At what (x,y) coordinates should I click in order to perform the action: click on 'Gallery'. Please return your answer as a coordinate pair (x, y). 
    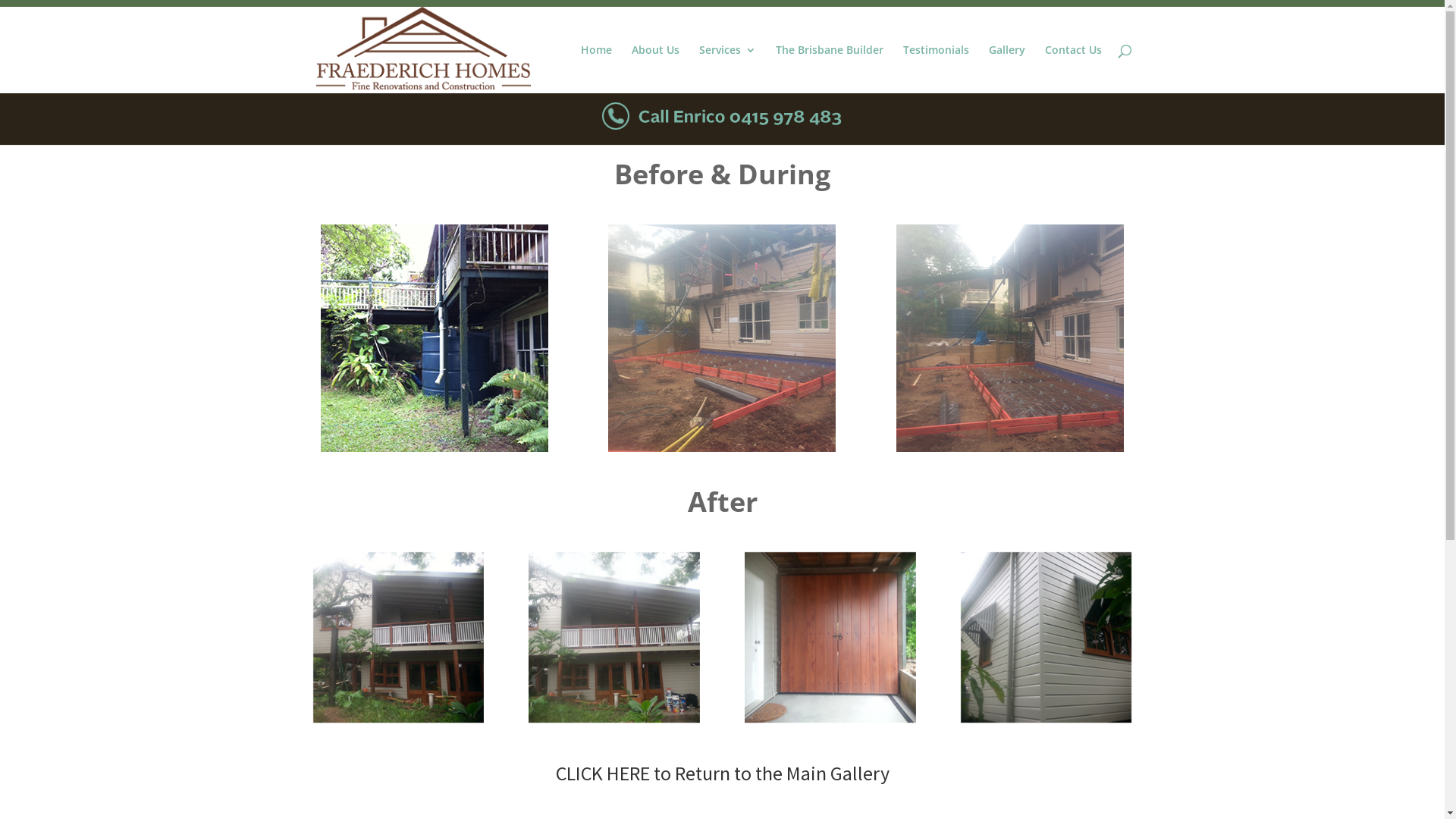
    Looking at the image, I should click on (1007, 69).